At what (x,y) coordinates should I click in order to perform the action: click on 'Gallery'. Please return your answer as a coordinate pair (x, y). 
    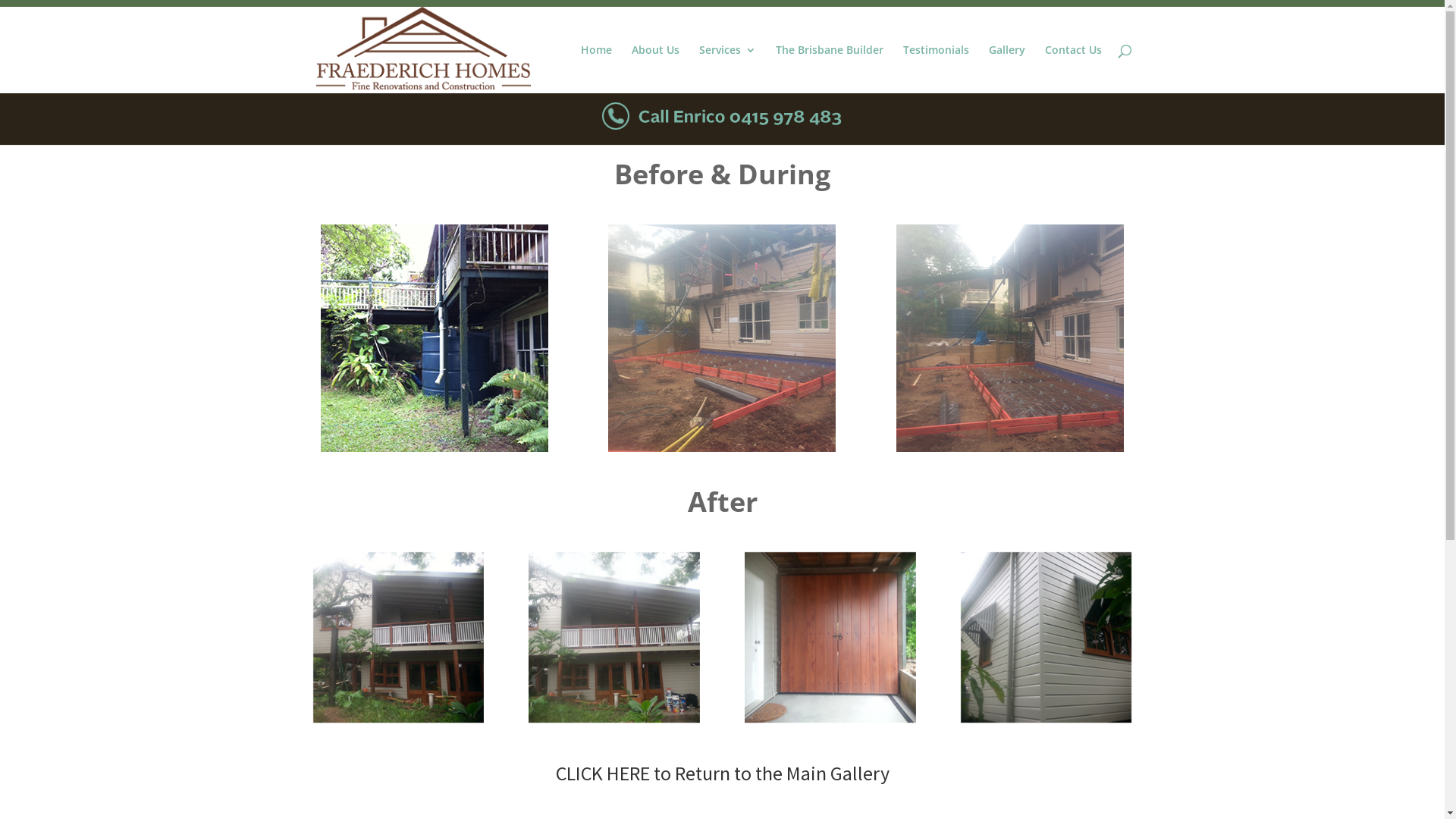
    Looking at the image, I should click on (1007, 69).